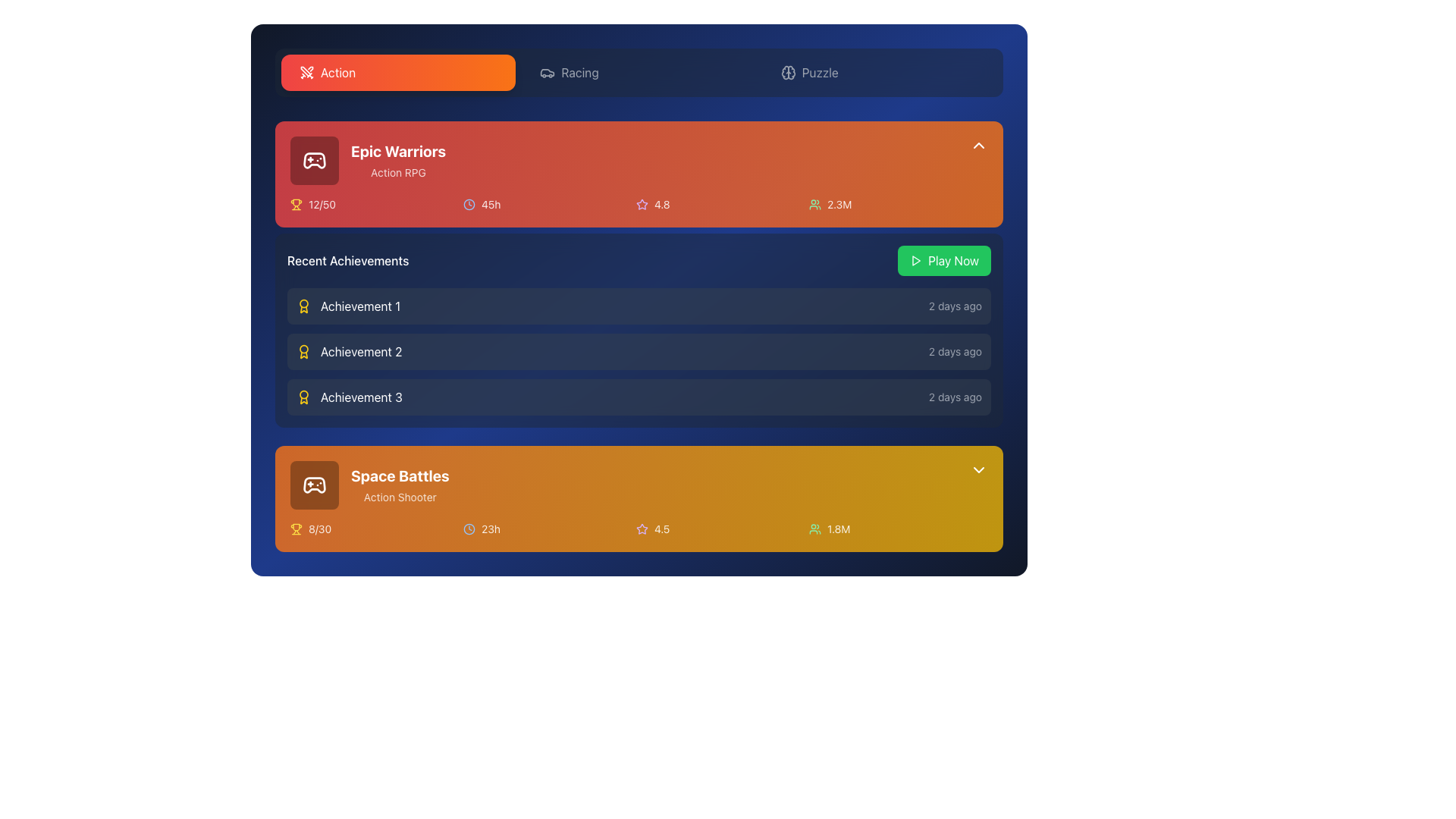 Image resolution: width=1456 pixels, height=819 pixels. I want to click on the second entry in the 'Recent Achievements' list, which displays the achievement title and elapsed time since achievement, so click(639, 351).